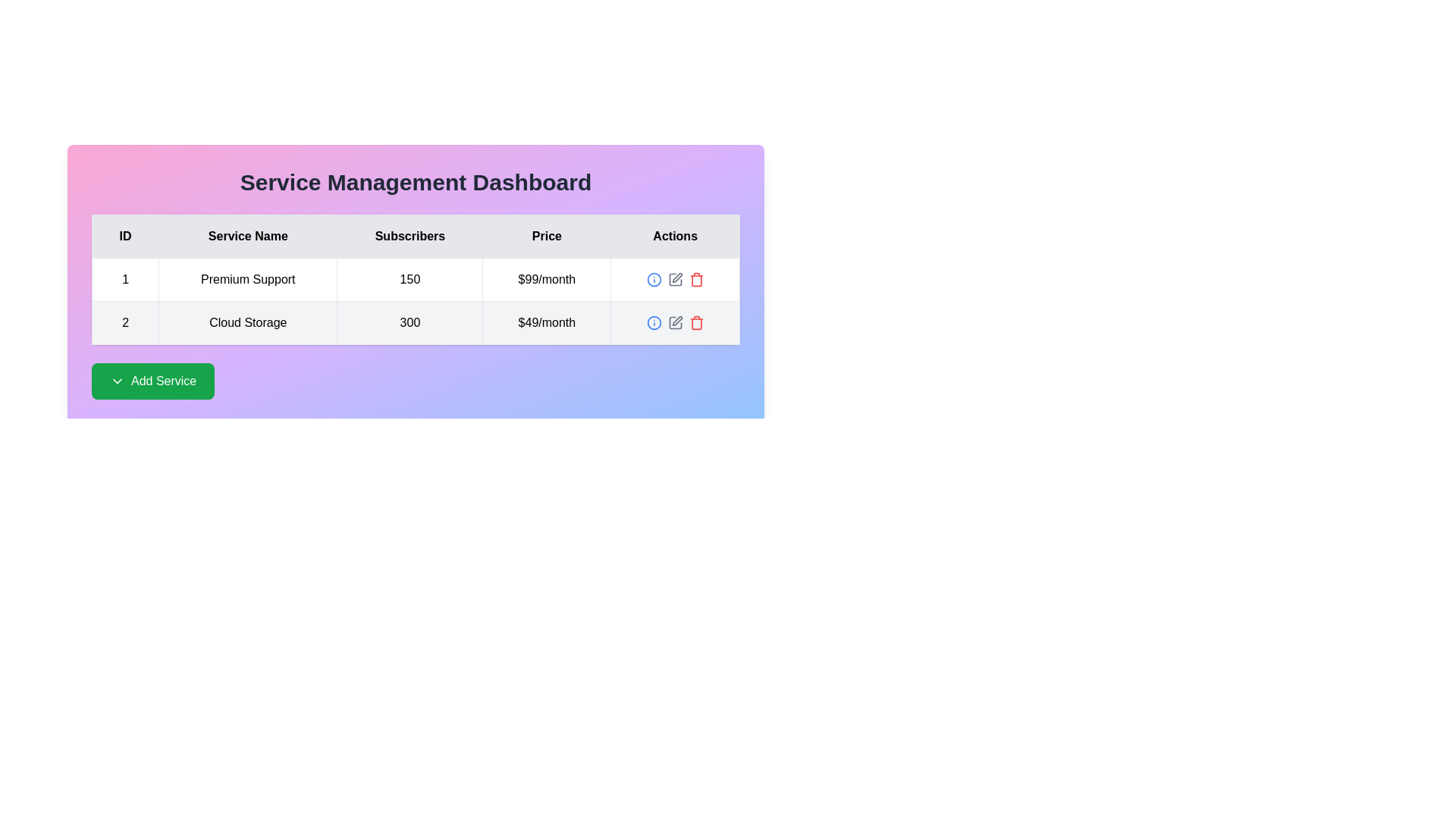  What do you see at coordinates (416, 380) in the screenshot?
I see `the prominent green 'Add Service' button with rounded corners located at the bottom left of the 'Service Management Dashboard'` at bounding box center [416, 380].